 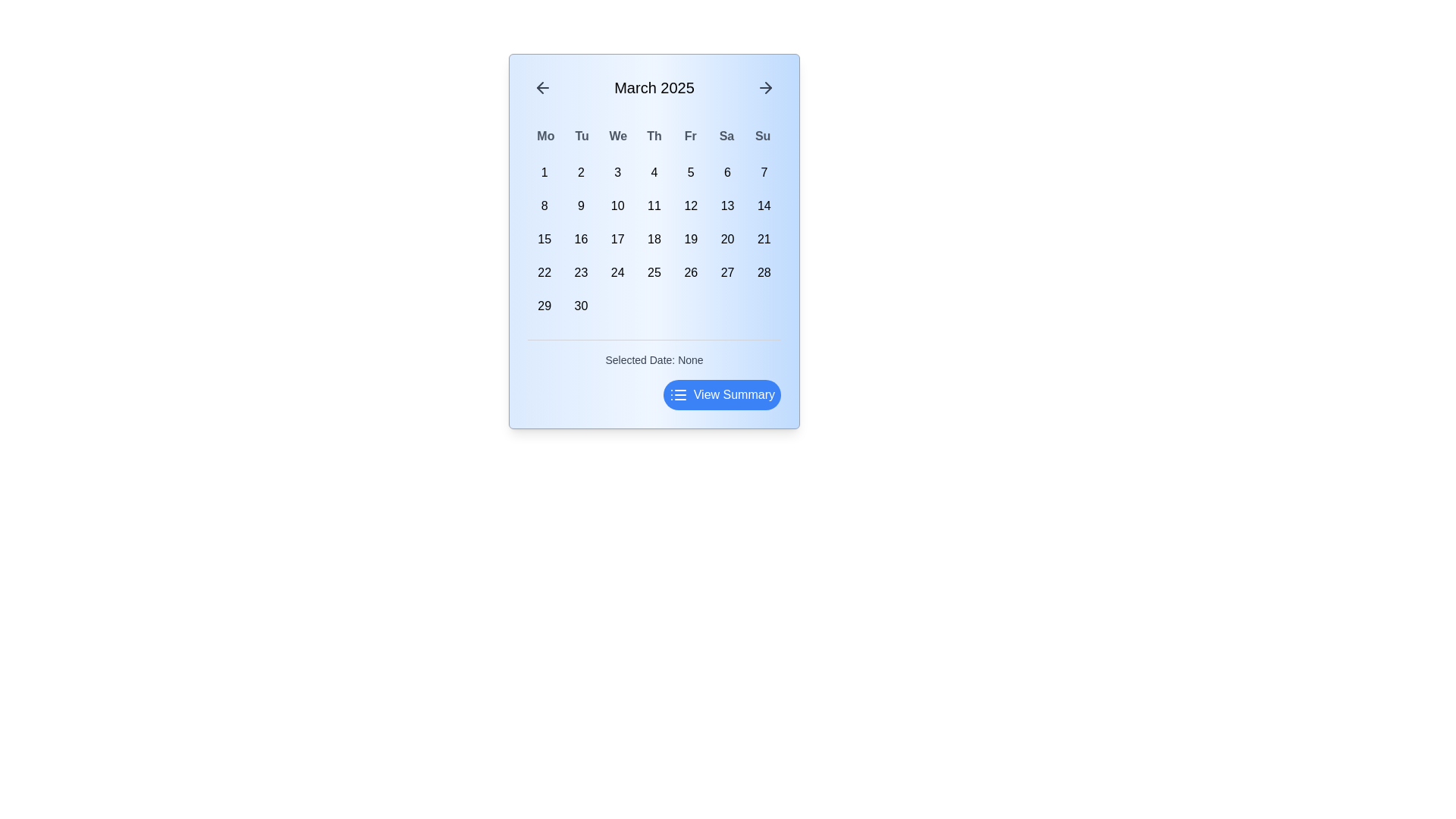 I want to click on the rounded button labeled '13' in the calendar grid, so click(x=726, y=206).